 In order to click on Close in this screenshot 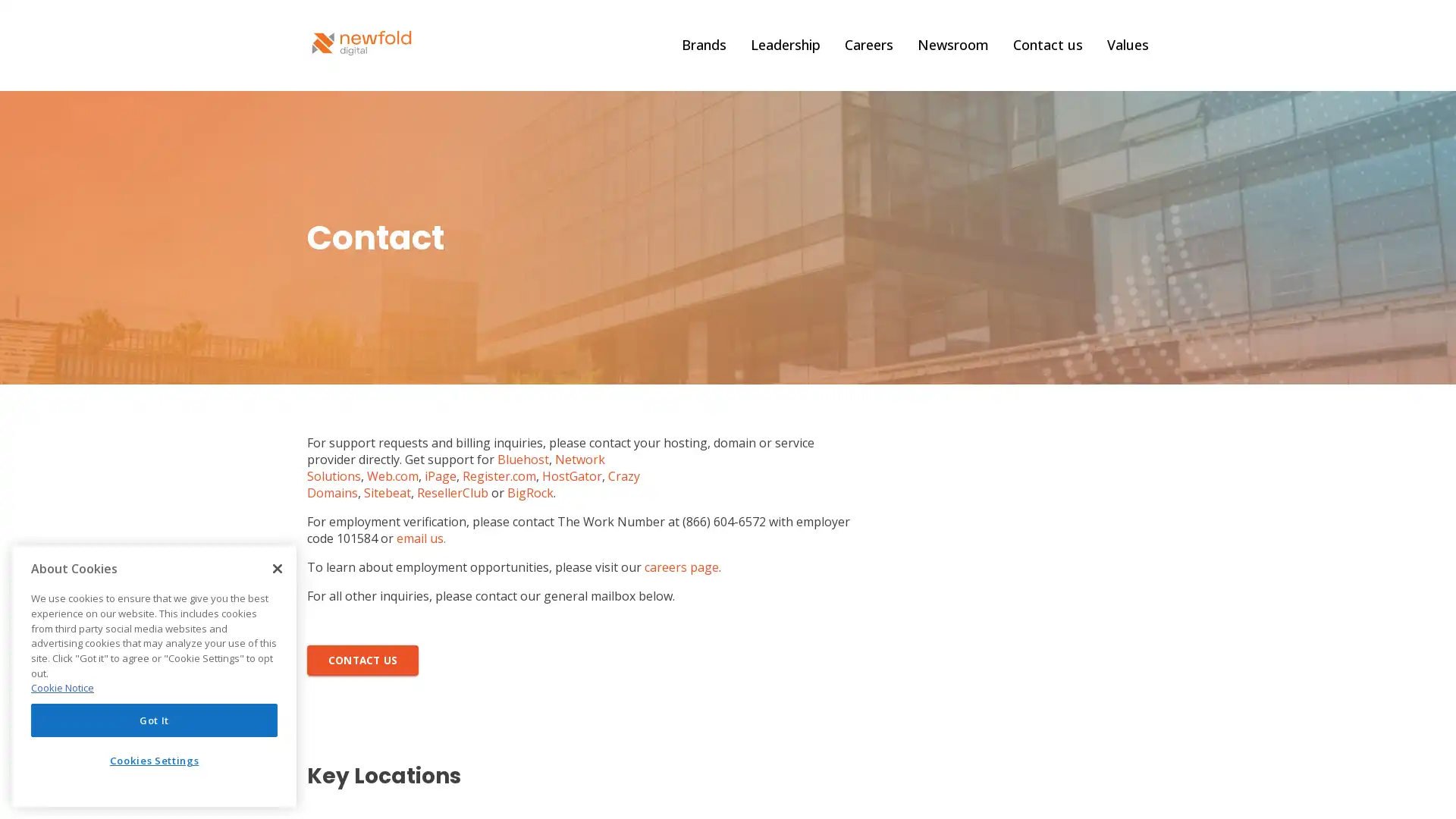, I will do `click(277, 568)`.